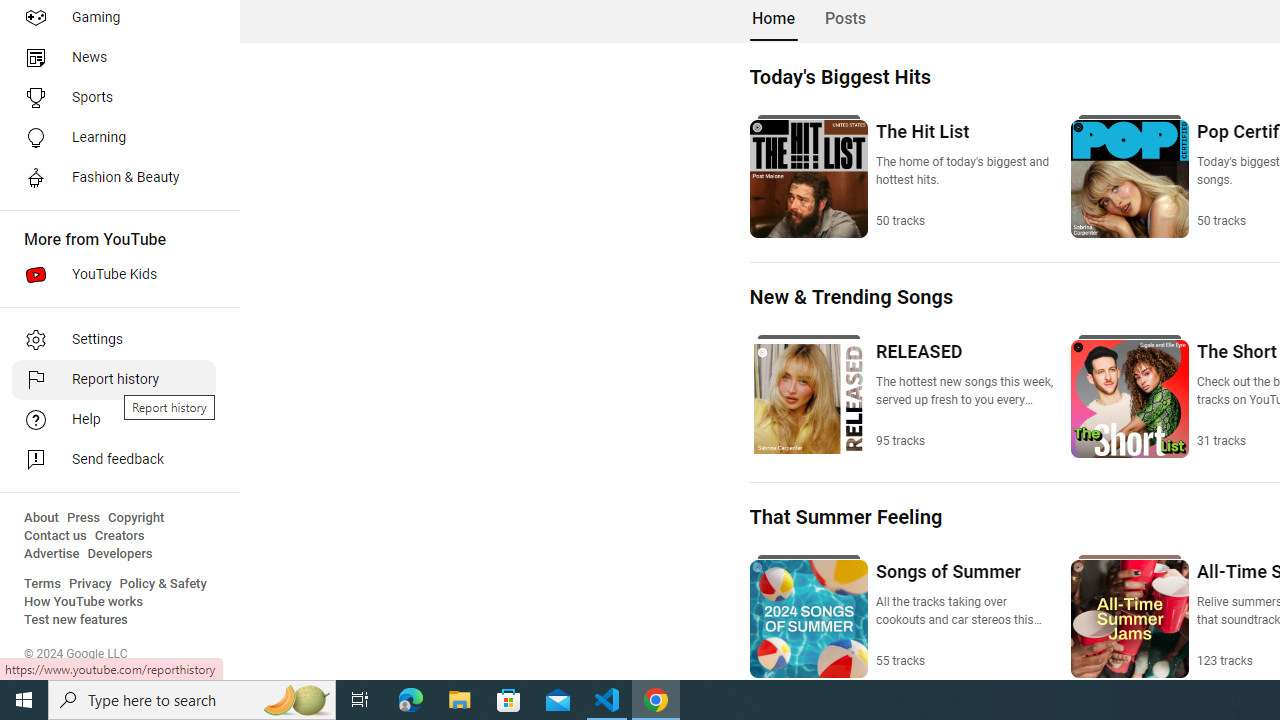  Describe the element at coordinates (51, 554) in the screenshot. I see `'Advertise'` at that location.